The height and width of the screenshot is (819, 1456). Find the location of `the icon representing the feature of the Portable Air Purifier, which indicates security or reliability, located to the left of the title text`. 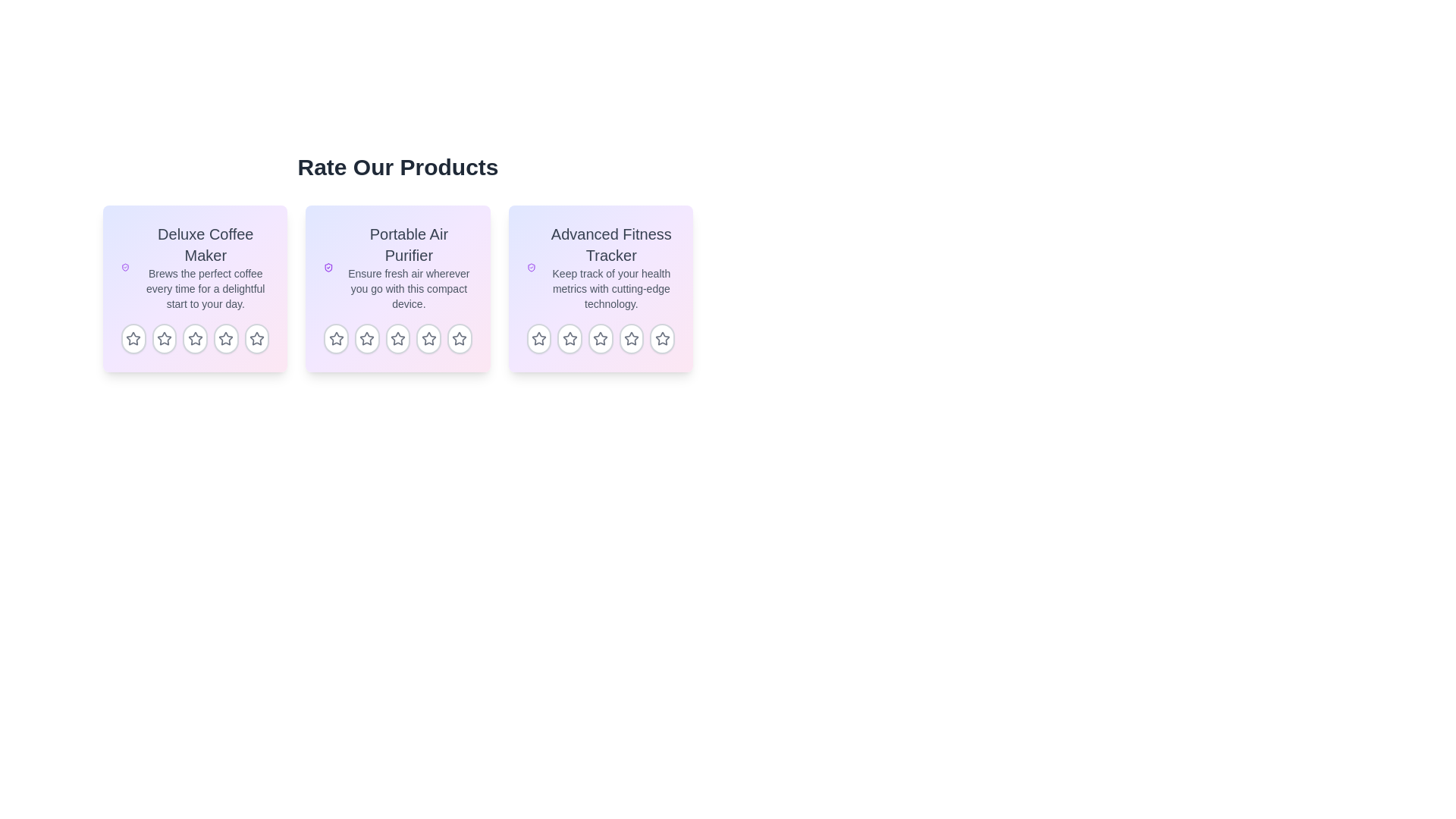

the icon representing the feature of the Portable Air Purifier, which indicates security or reliability, located to the left of the title text is located at coordinates (328, 267).